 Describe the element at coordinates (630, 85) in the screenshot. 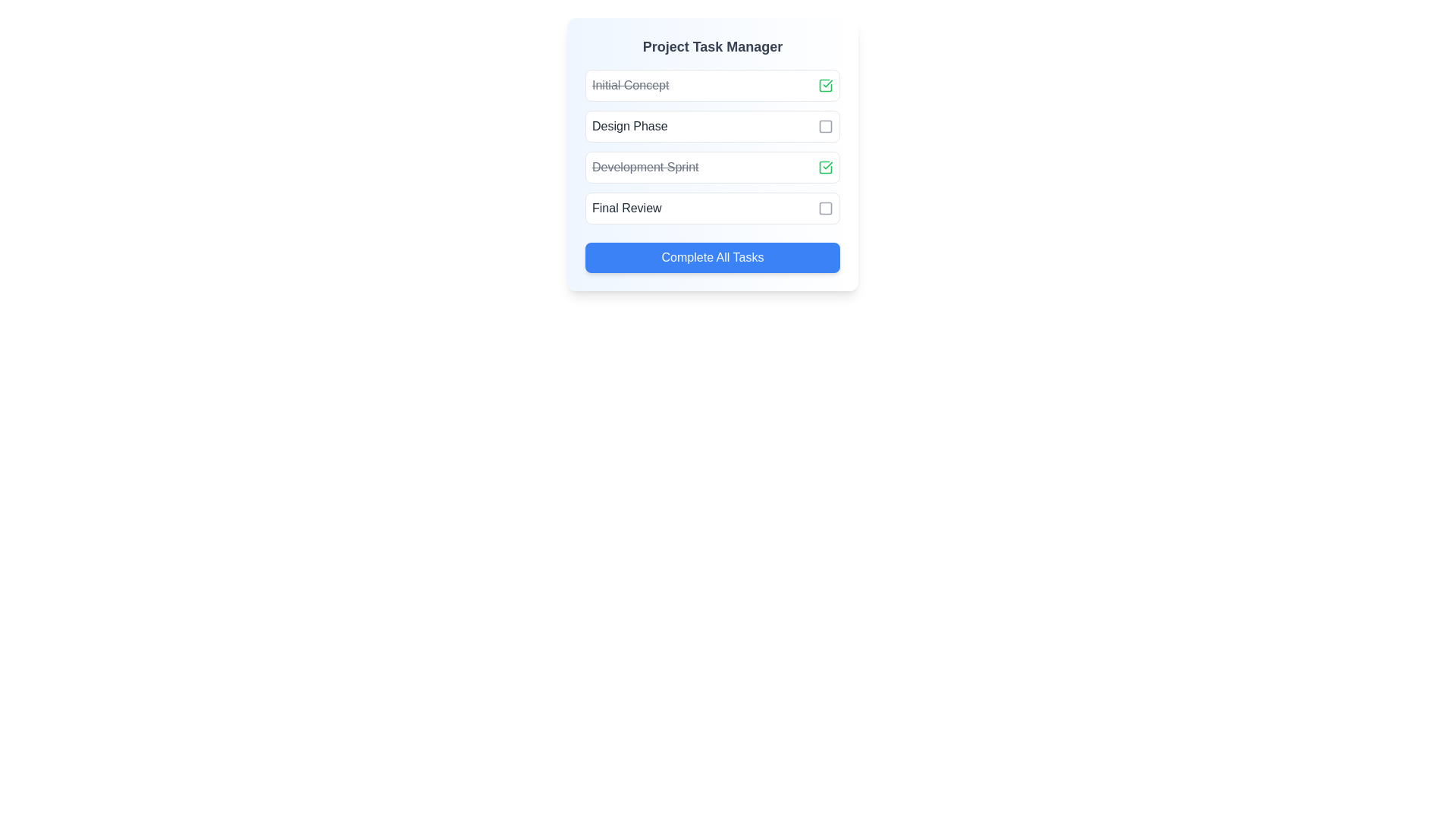

I see `the label displaying the task name 'Initial Concept' which indicates completion with a strikethrough in the 'Project Task Manager' list` at that location.